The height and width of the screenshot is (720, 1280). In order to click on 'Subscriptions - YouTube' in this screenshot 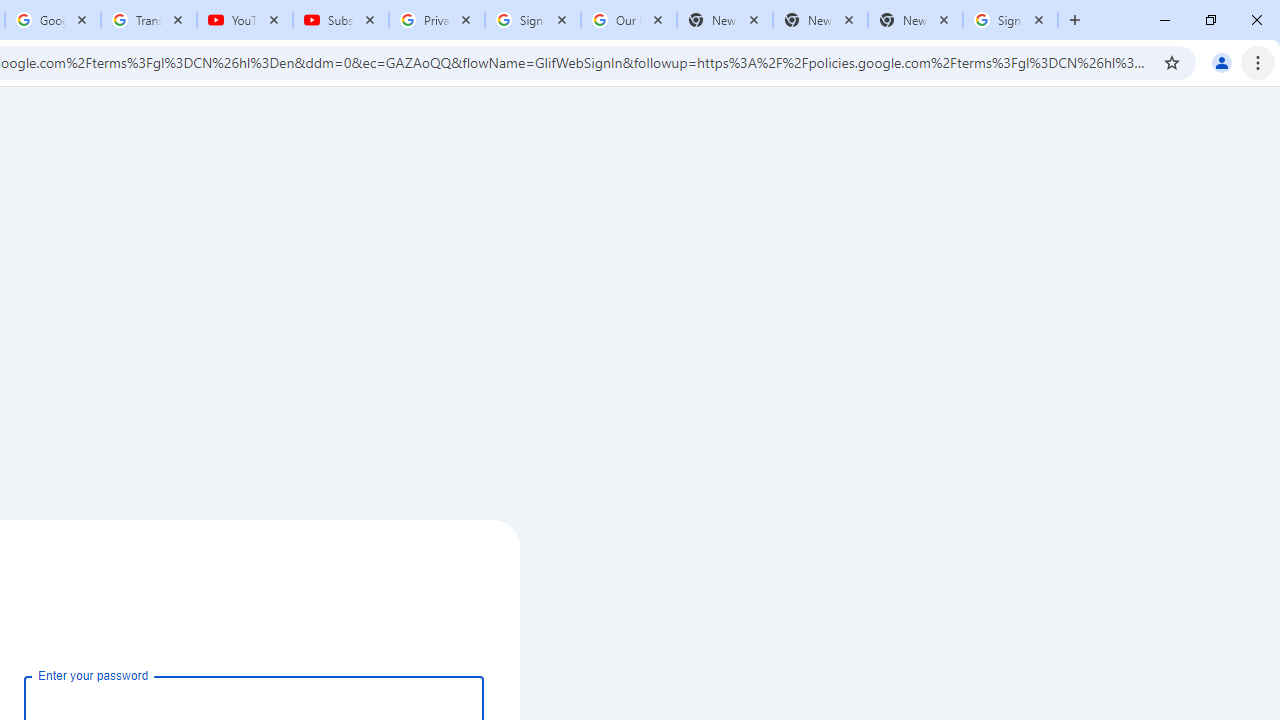, I will do `click(341, 20)`.